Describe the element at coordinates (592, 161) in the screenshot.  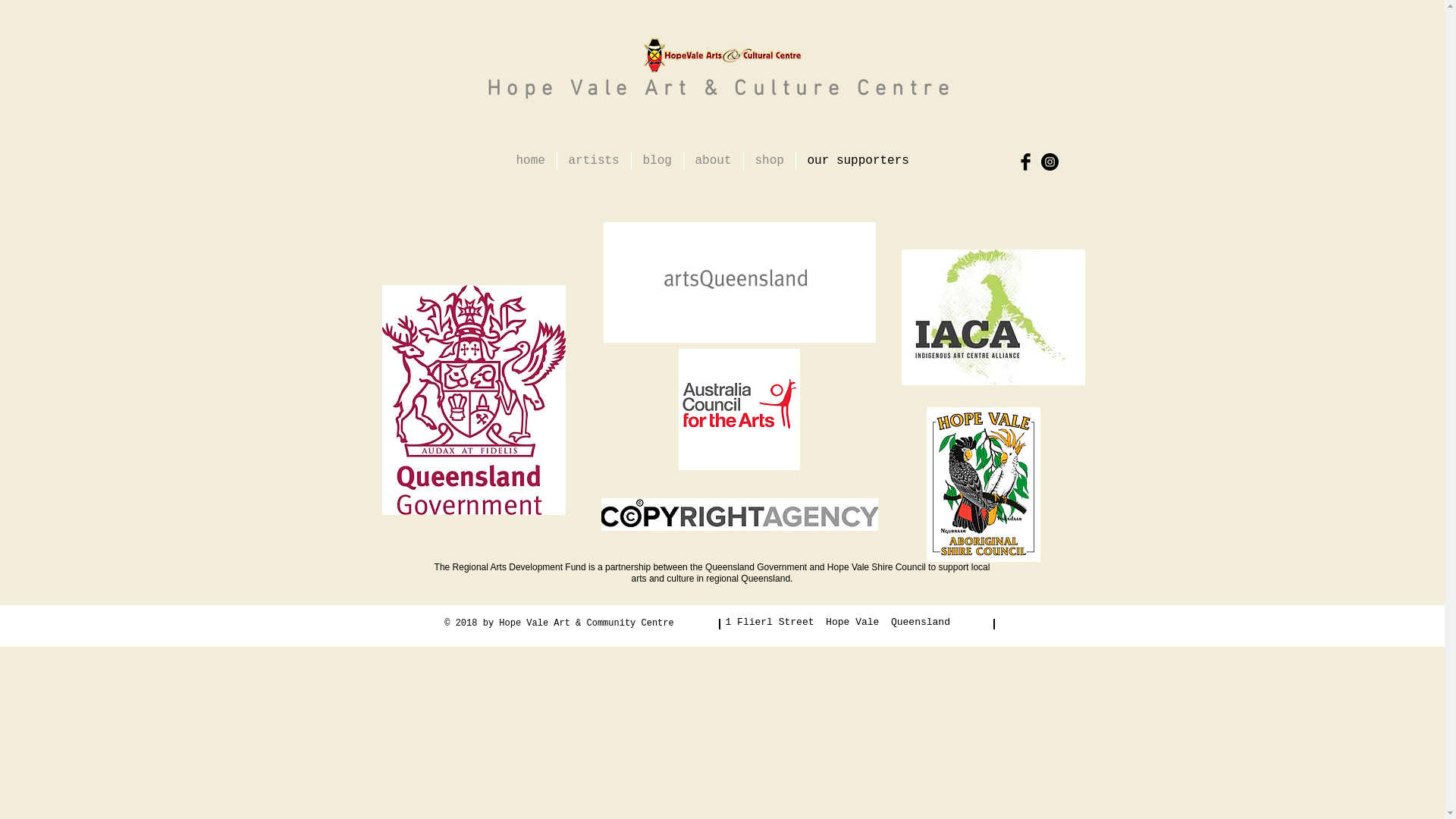
I see `'artists'` at that location.